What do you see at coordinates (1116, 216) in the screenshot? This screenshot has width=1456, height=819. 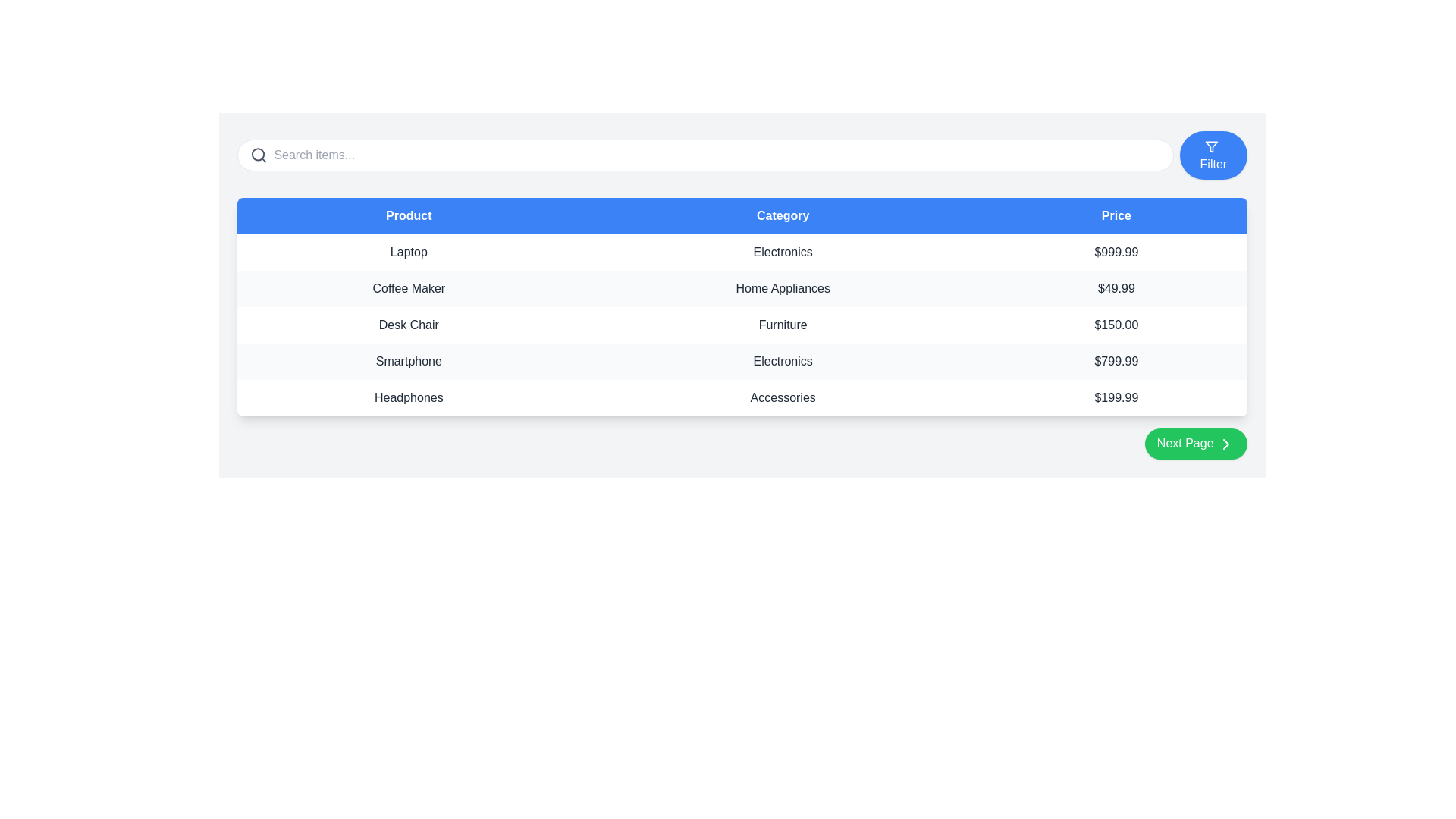 I see `the 'Price' header text label in the table, which is located in the third column, positioned to the right of the 'Category' header at the top row` at bounding box center [1116, 216].